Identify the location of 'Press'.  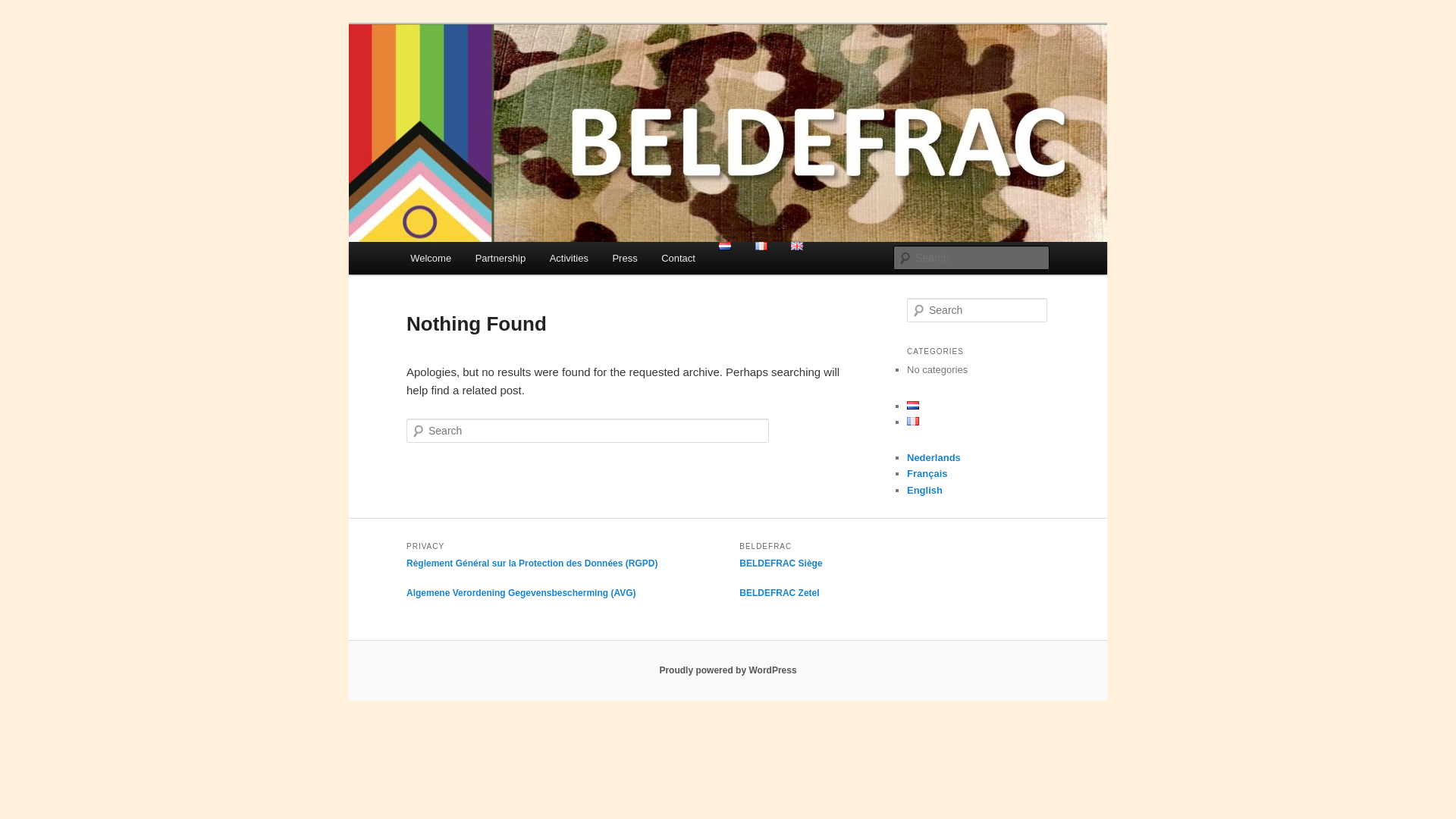
(625, 257).